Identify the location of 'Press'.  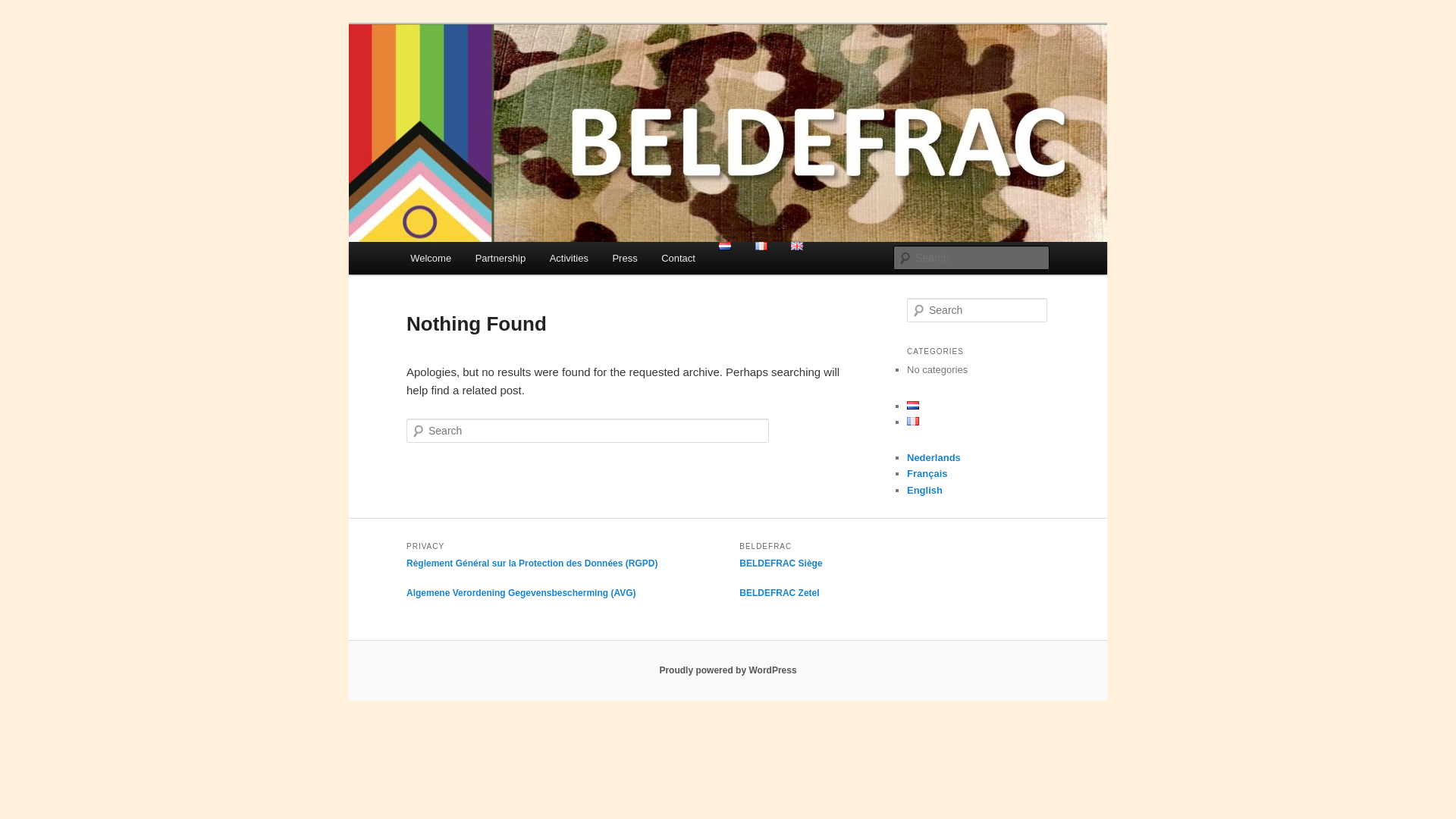
(625, 257).